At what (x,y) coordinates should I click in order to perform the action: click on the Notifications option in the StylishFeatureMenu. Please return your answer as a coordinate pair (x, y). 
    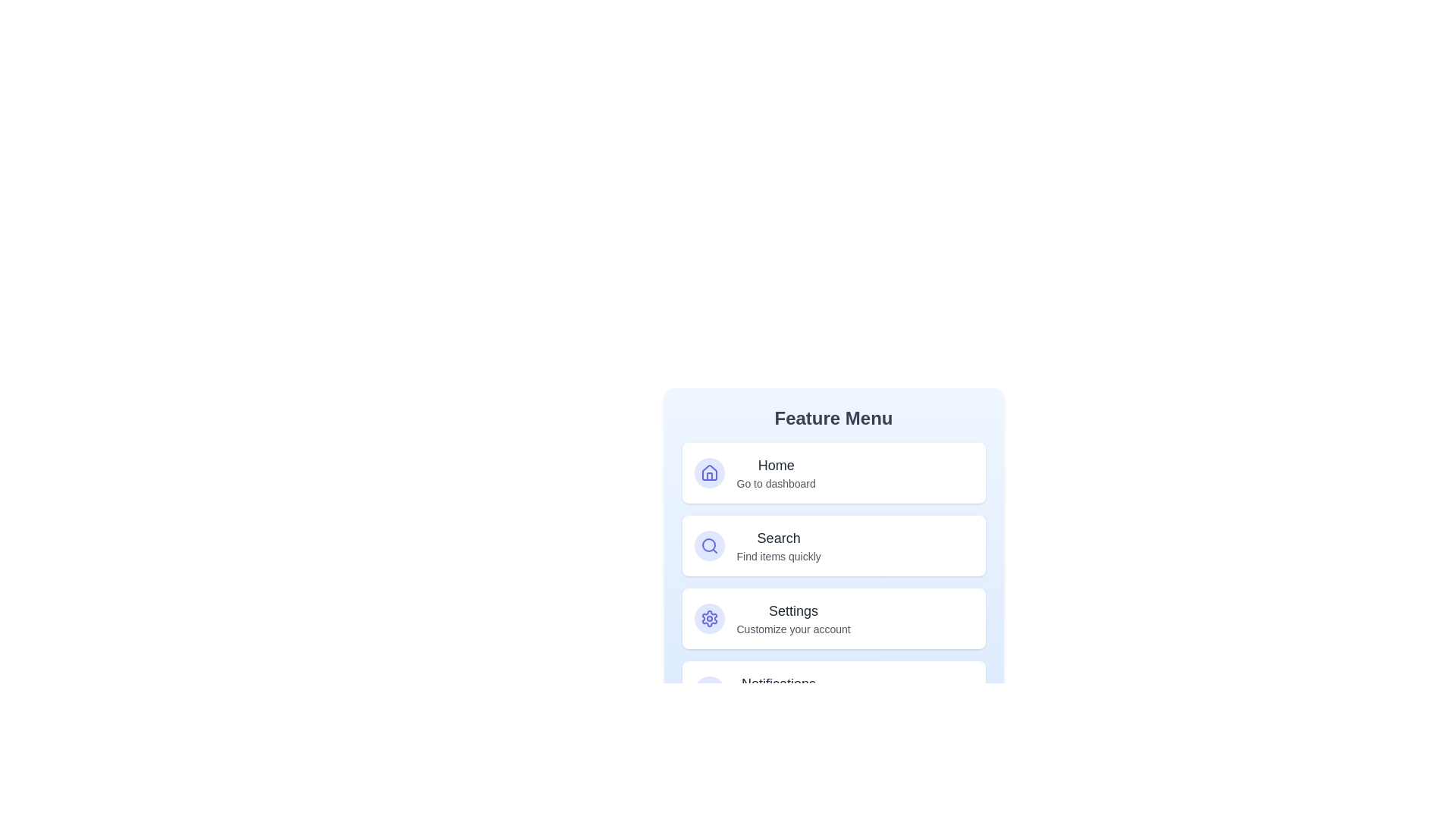
    Looking at the image, I should click on (833, 691).